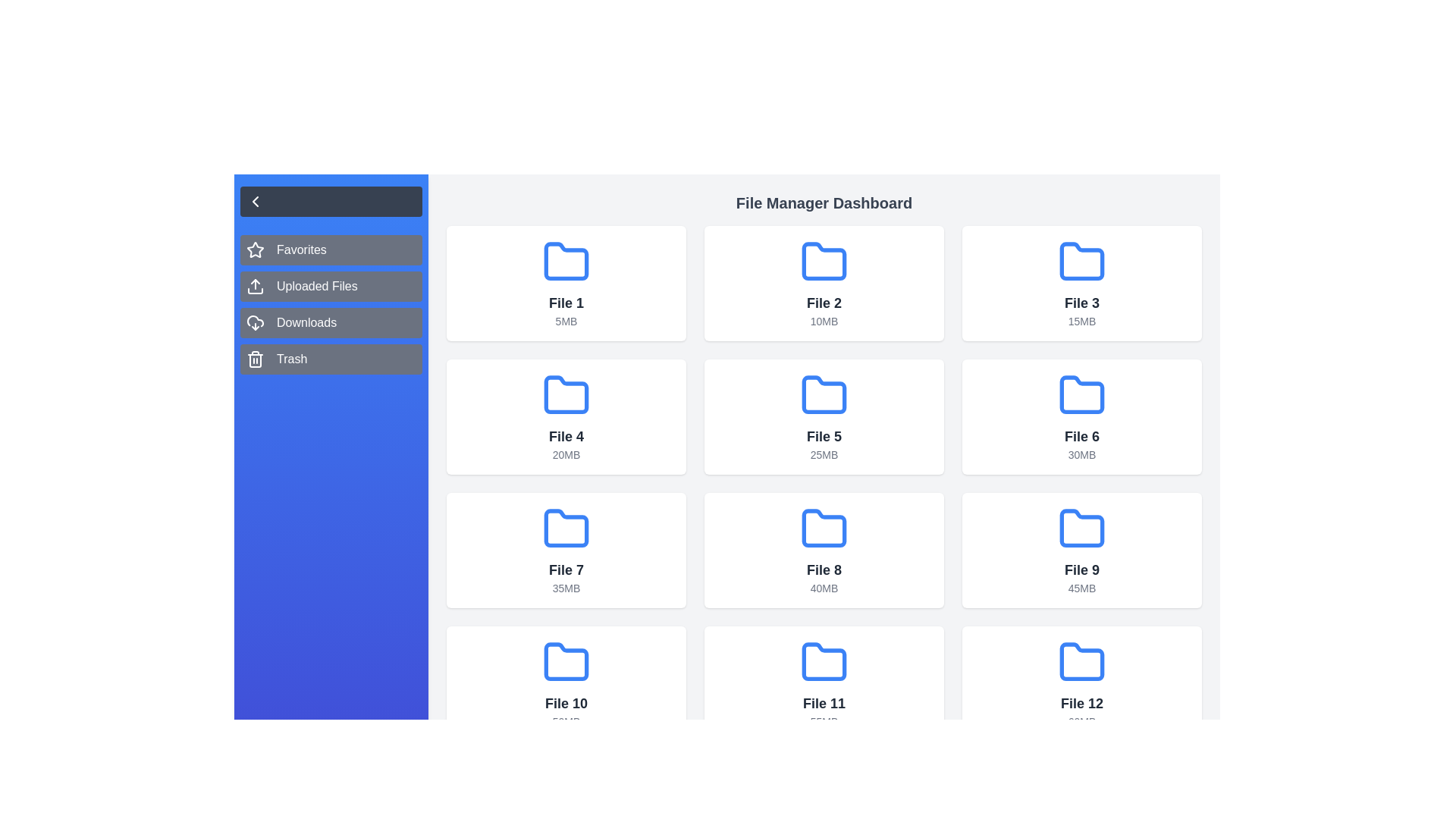 The width and height of the screenshot is (1456, 819). I want to click on the category Uploaded Files from the sidebar menu, so click(330, 287).